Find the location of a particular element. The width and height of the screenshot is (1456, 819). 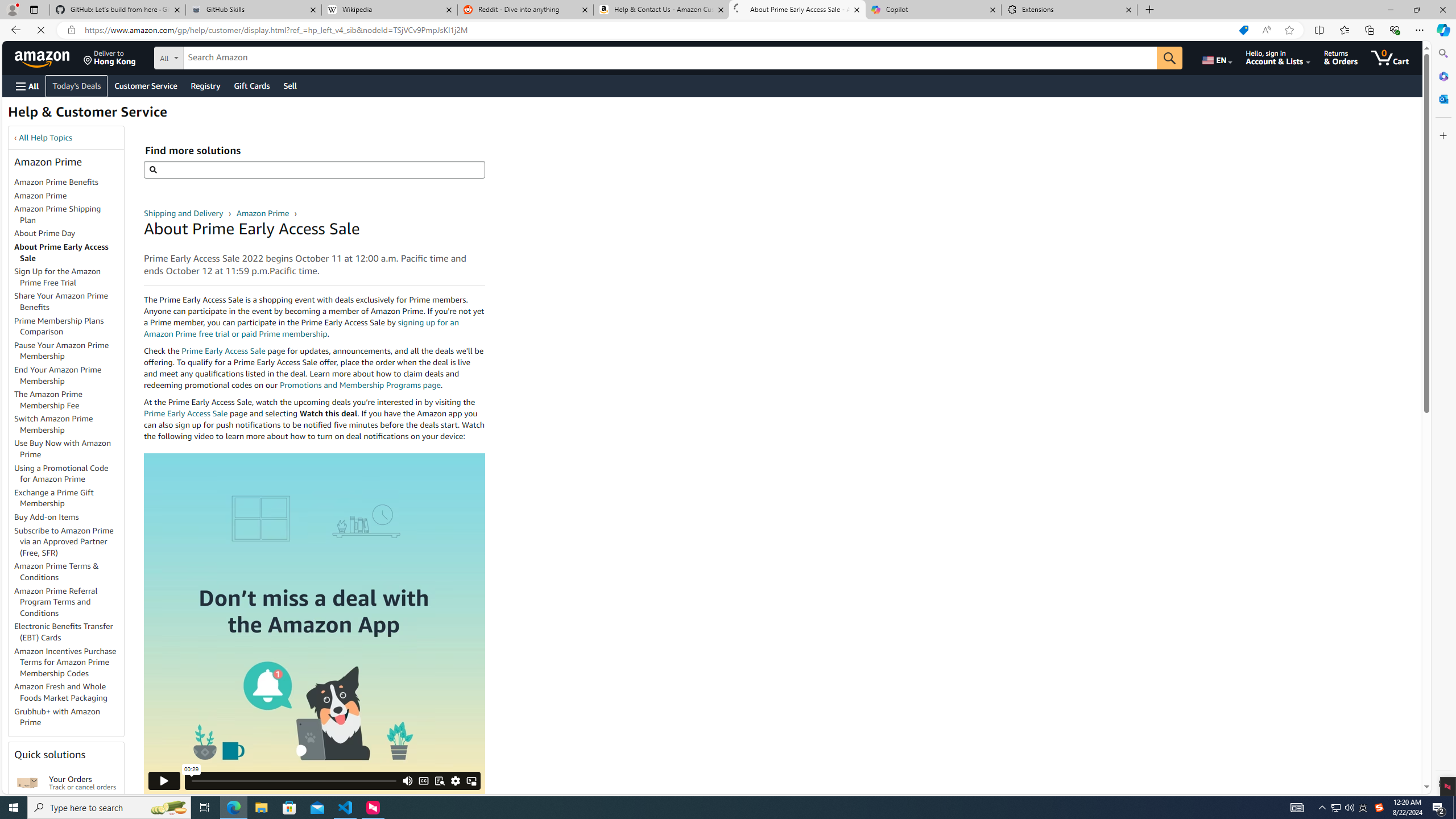

'Open Menu' is located at coordinates (26, 85).